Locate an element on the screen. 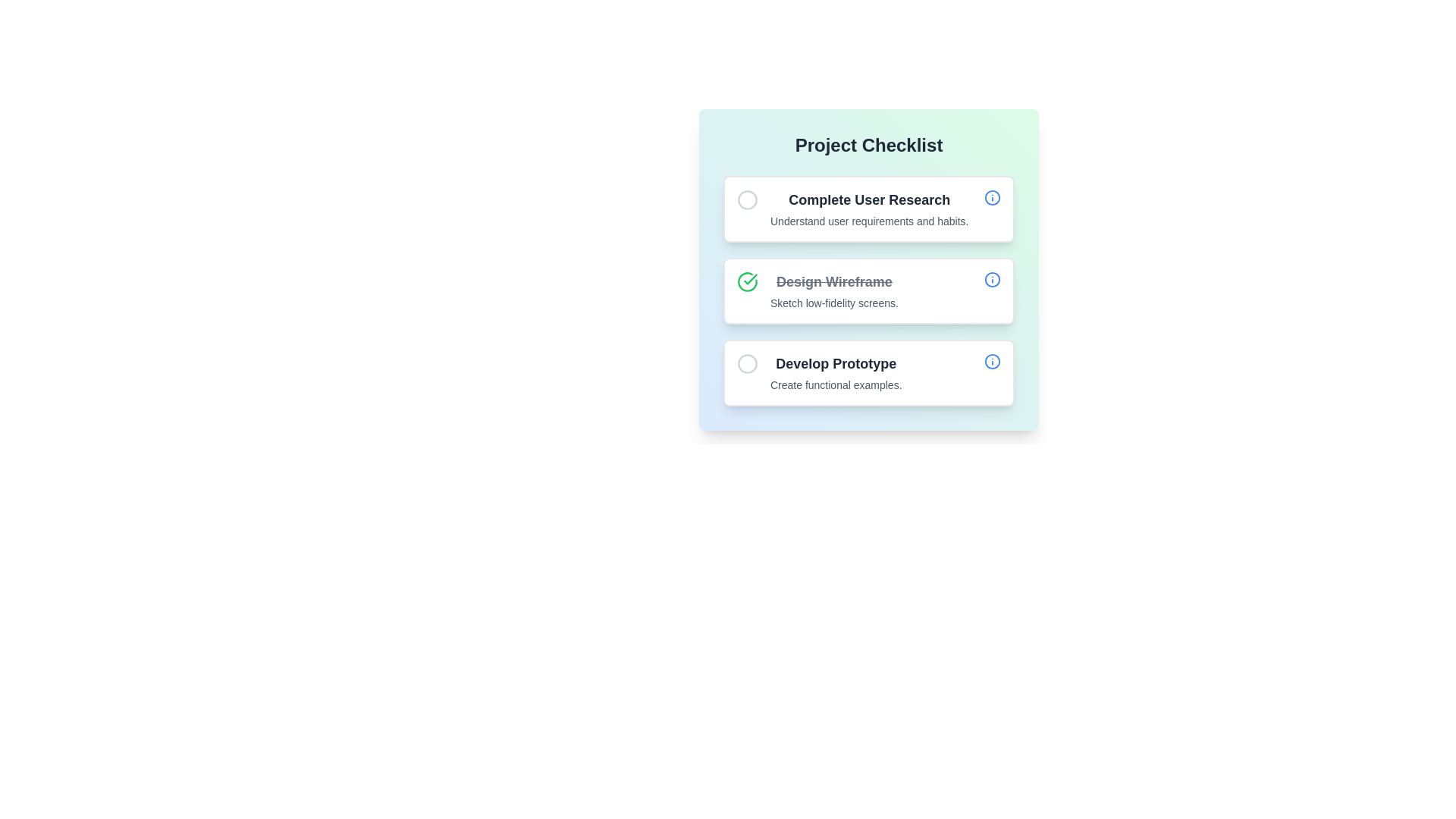 The height and width of the screenshot is (819, 1456). the checklist item element for 'Design Wireframe' to edit its details, which is the second item is located at coordinates (869, 267).